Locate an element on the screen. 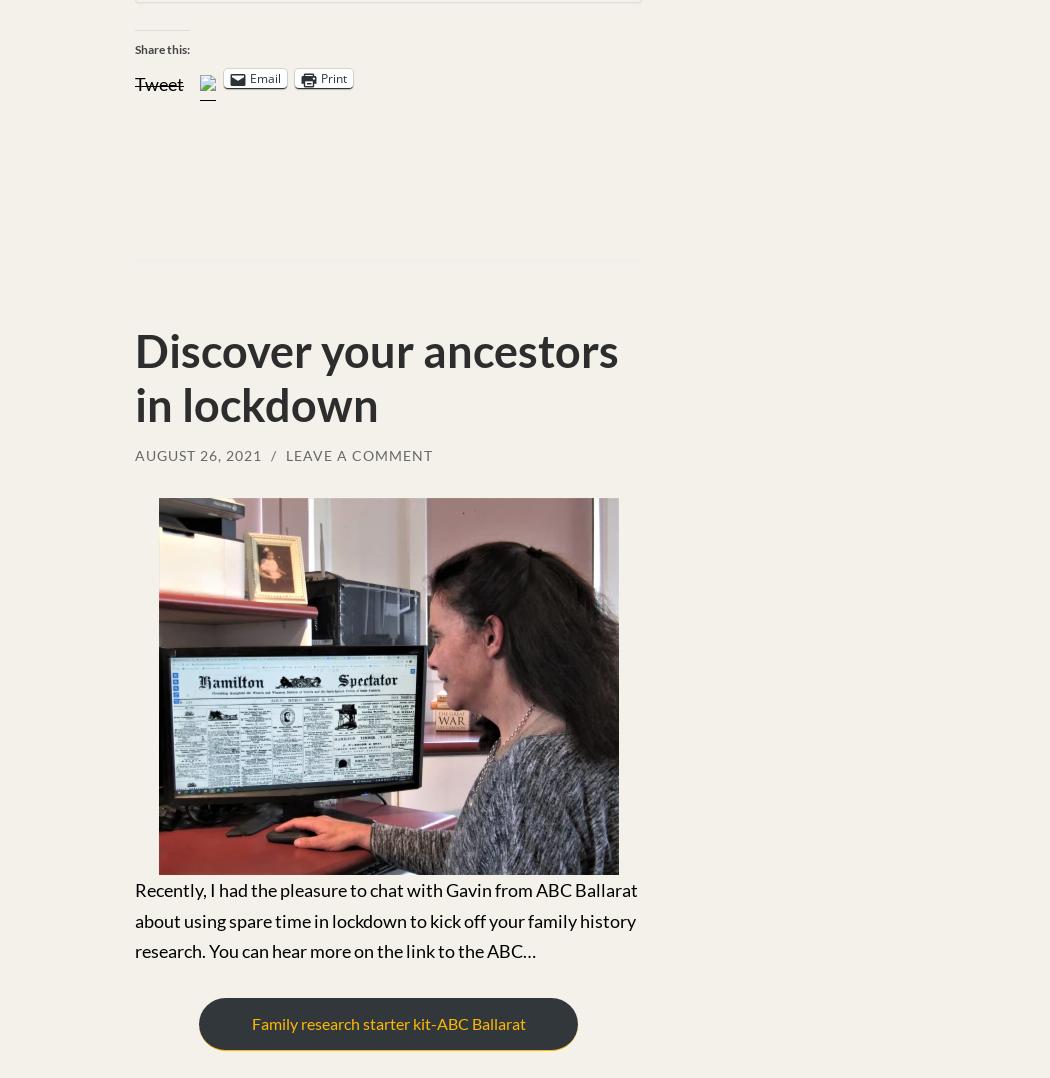  'Share this:' is located at coordinates (162, 48).